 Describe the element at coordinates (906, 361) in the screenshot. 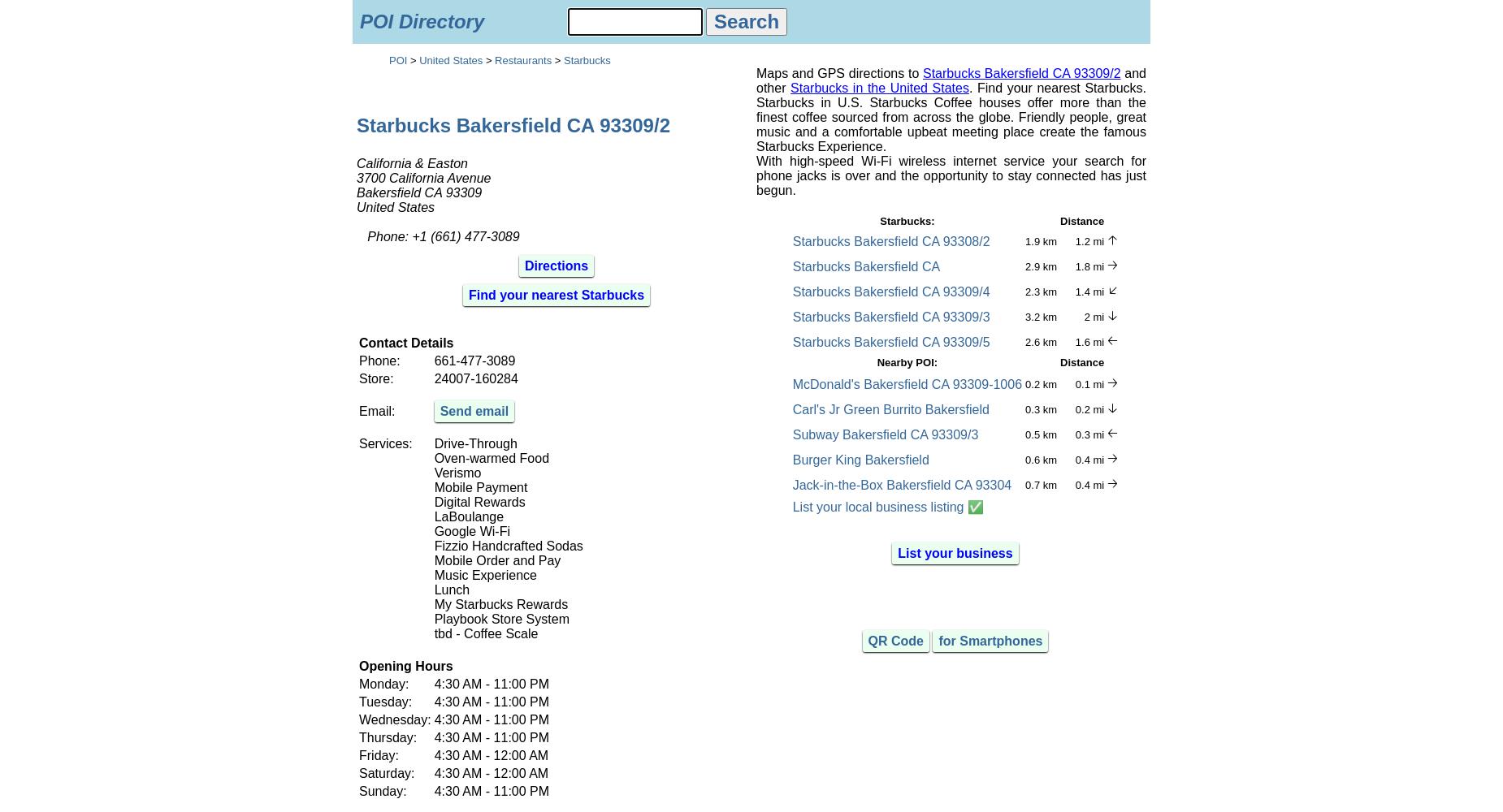

I see `'Nearby POI:'` at that location.